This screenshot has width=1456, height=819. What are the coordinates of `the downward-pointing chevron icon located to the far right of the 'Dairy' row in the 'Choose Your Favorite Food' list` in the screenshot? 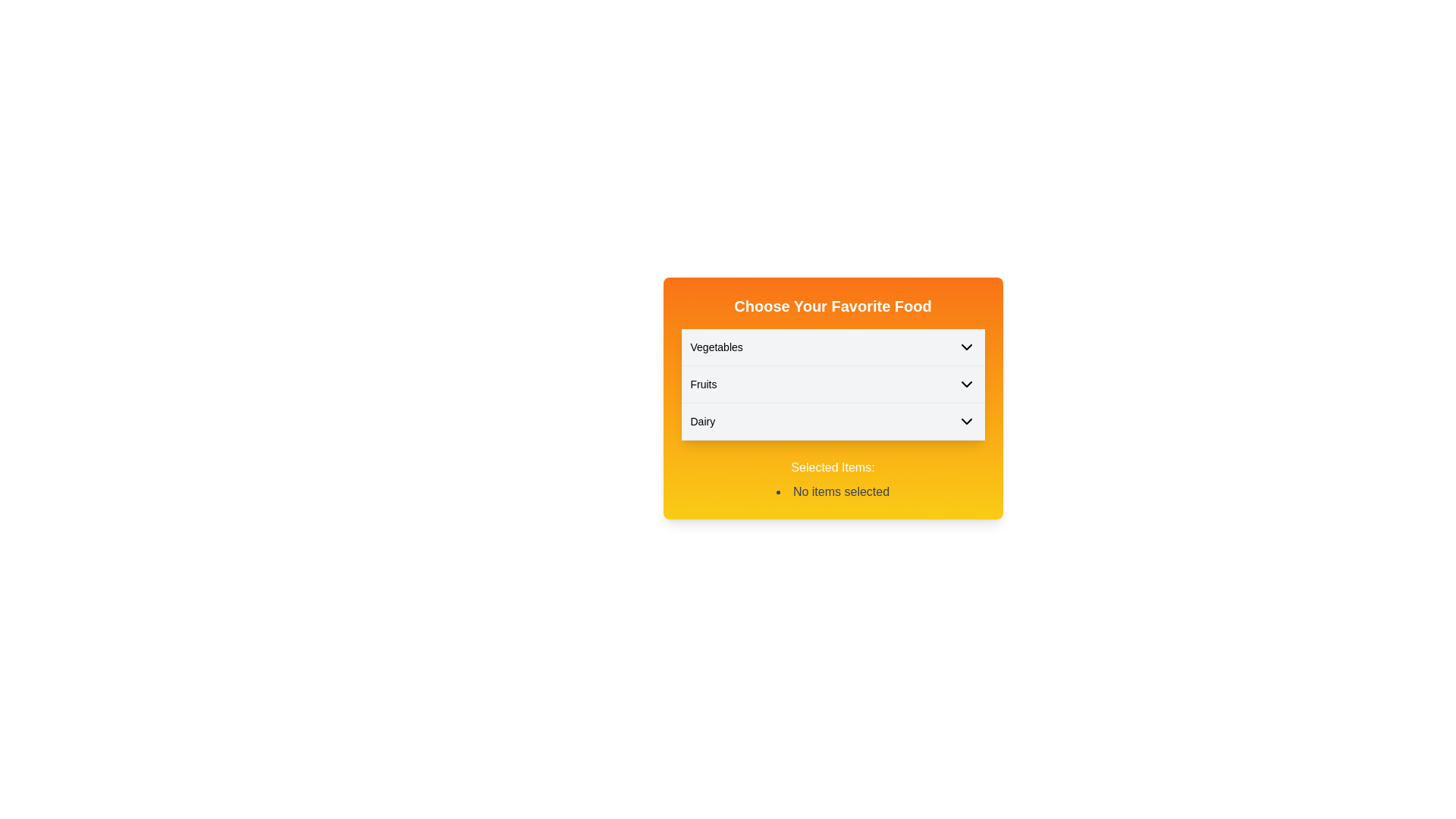 It's located at (965, 421).